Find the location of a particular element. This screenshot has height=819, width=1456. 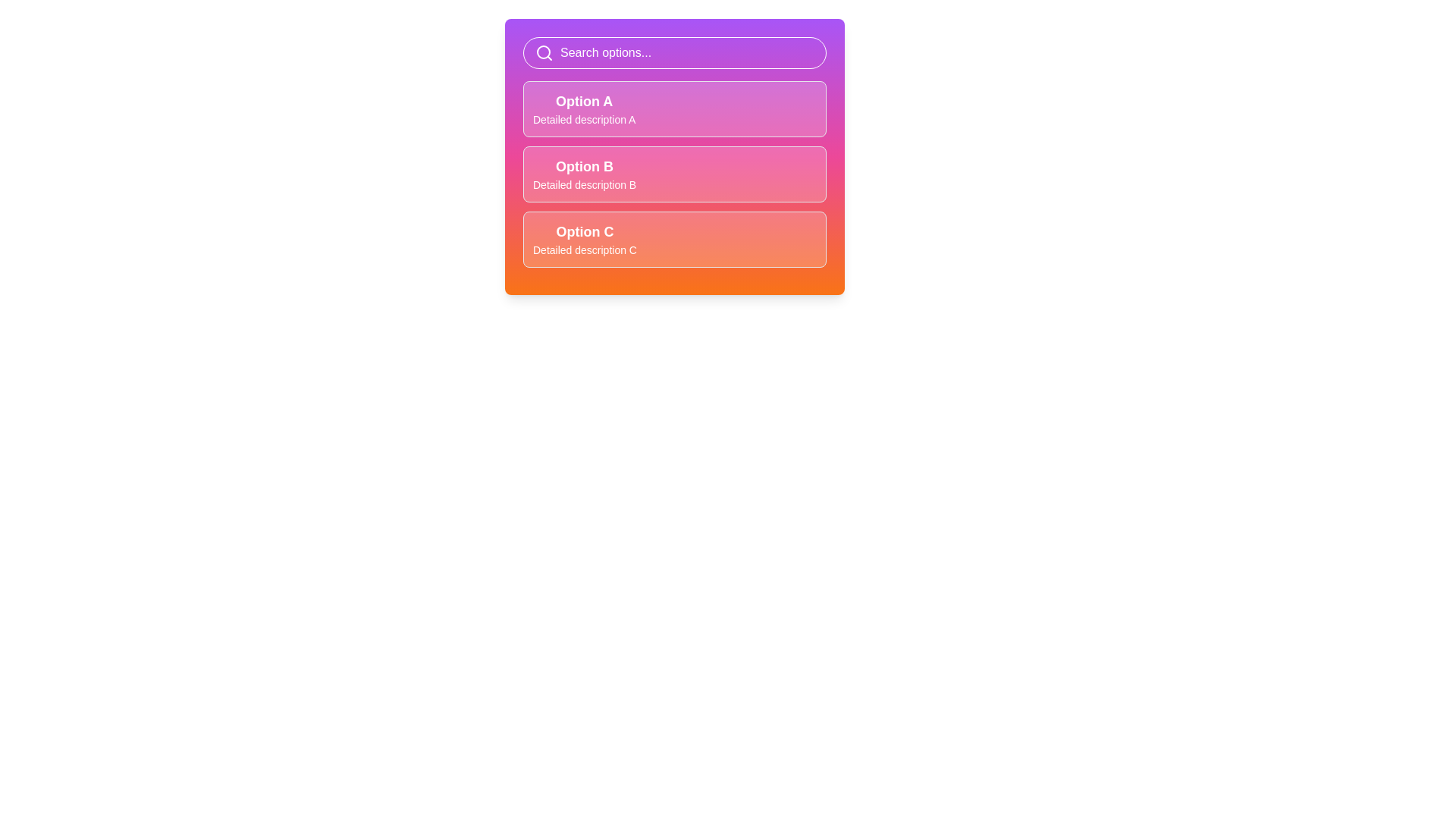

the Text Label providing additional information for 'Option C' is located at coordinates (584, 249).